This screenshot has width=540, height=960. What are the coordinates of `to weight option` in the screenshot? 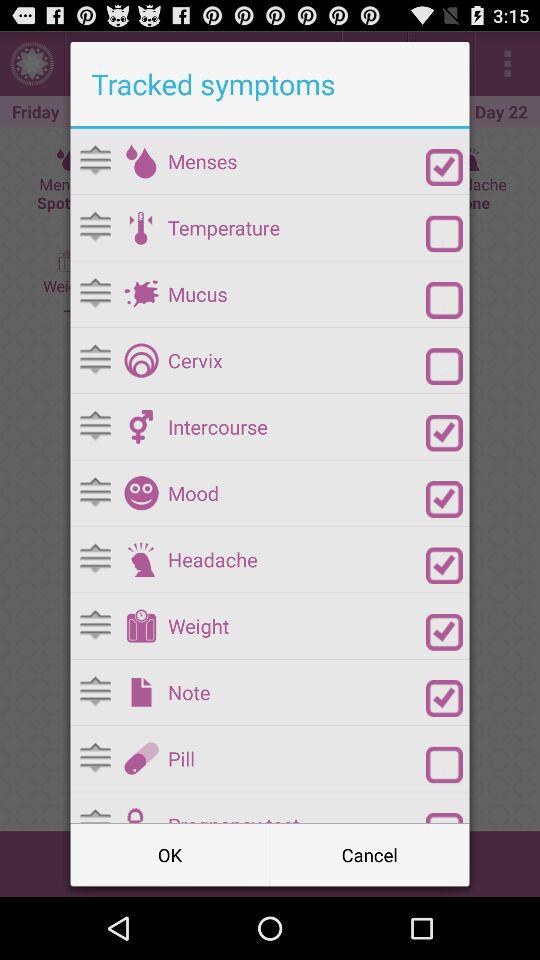 It's located at (140, 625).